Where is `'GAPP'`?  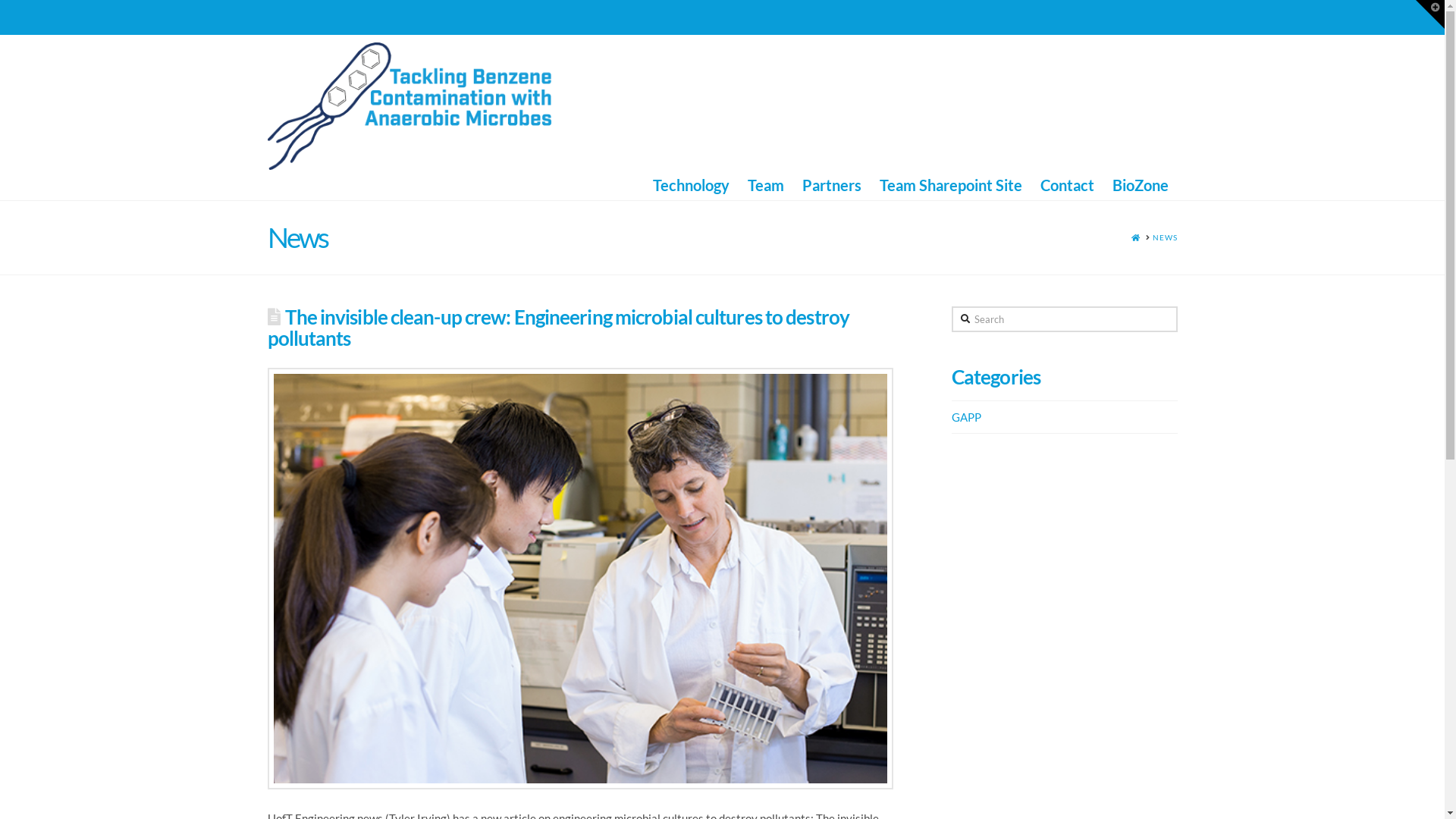
'GAPP' is located at coordinates (965, 417).